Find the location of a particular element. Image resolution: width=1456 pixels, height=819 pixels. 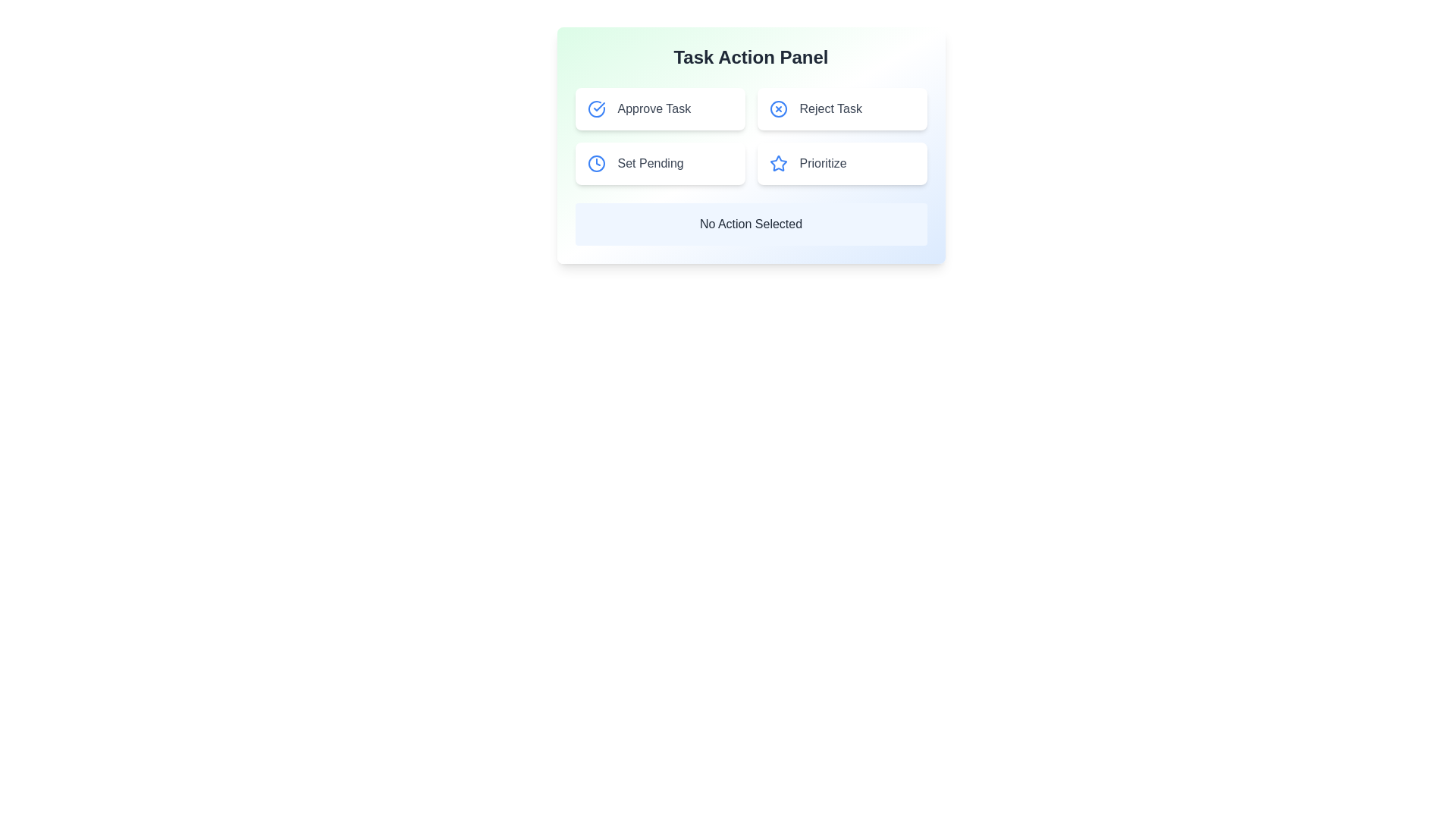

the blue checkmark icon that signifies approval, located to the left of the 'Approve Task' button in the Task Action Panel is located at coordinates (595, 108).